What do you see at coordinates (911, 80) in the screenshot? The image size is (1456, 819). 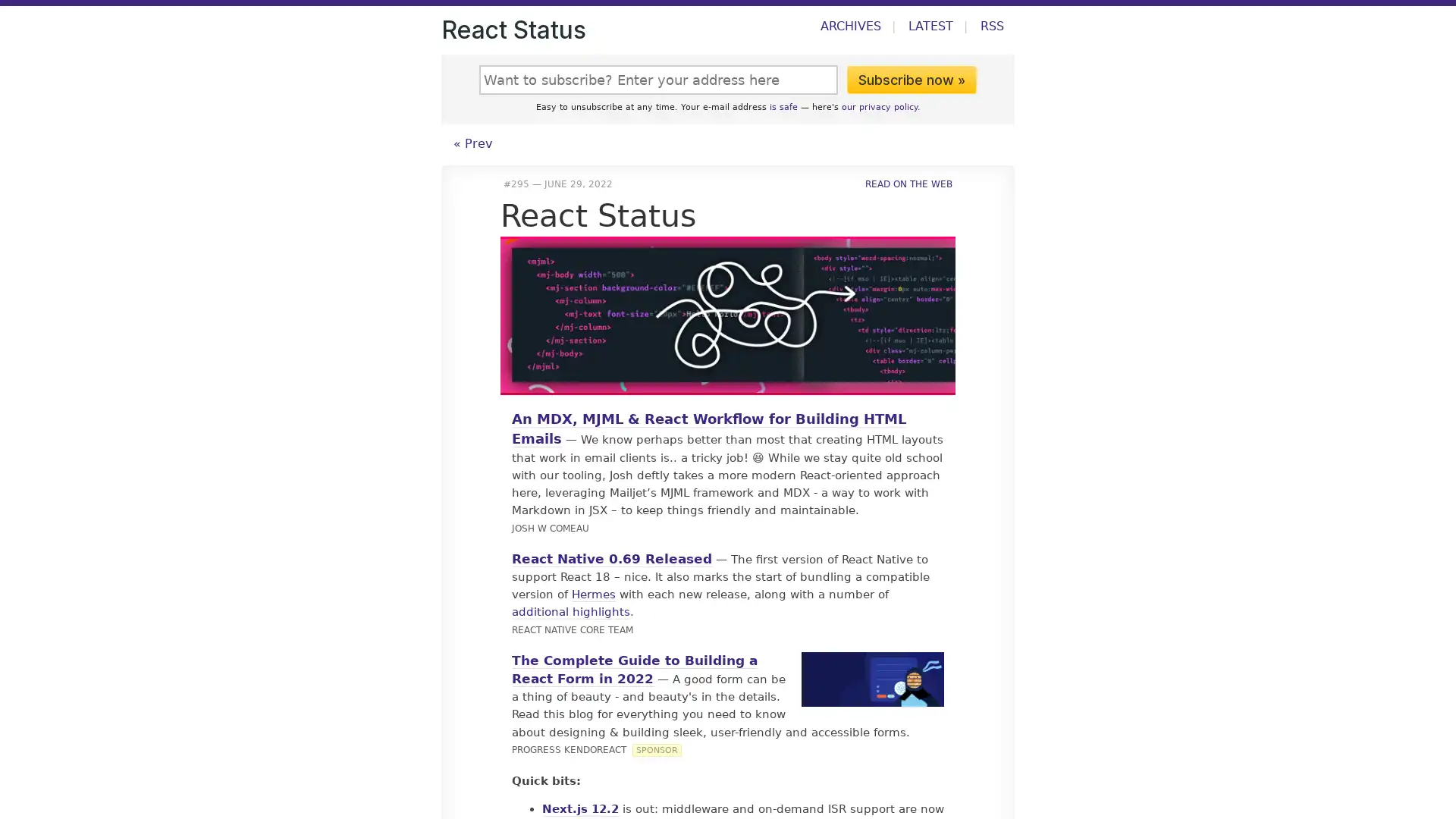 I see `Subscribe now` at bounding box center [911, 80].